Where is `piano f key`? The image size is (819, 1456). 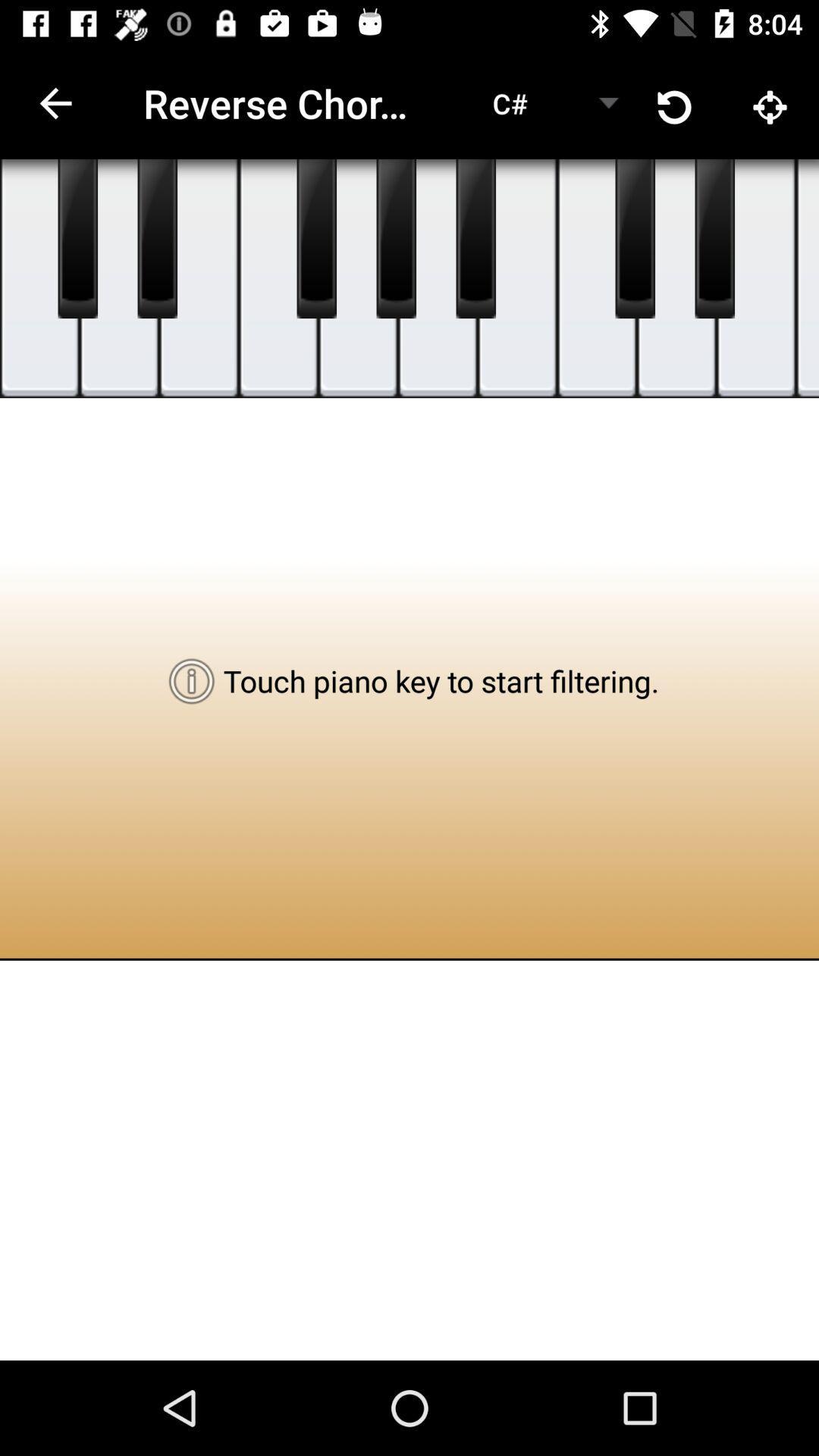
piano f key is located at coordinates (806, 278).